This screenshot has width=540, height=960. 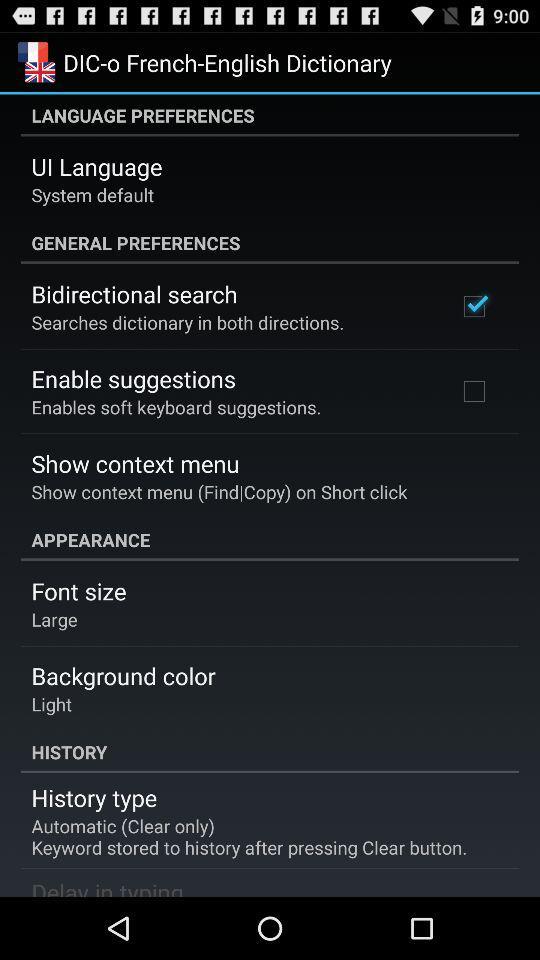 I want to click on the enables soft keyboard item, so click(x=176, y=406).